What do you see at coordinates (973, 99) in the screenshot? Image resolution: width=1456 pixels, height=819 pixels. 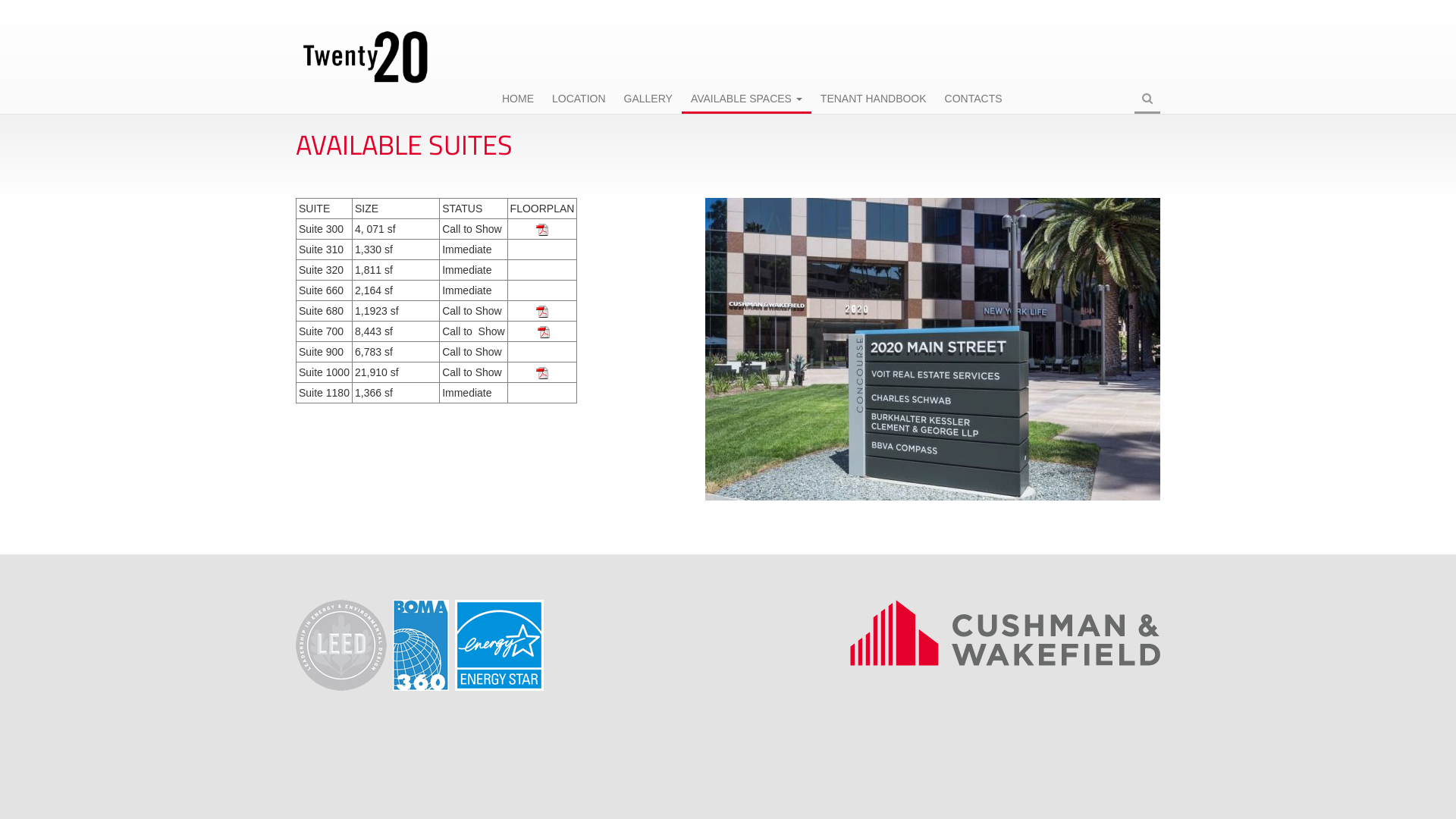 I see `'CONTACTS'` at bounding box center [973, 99].